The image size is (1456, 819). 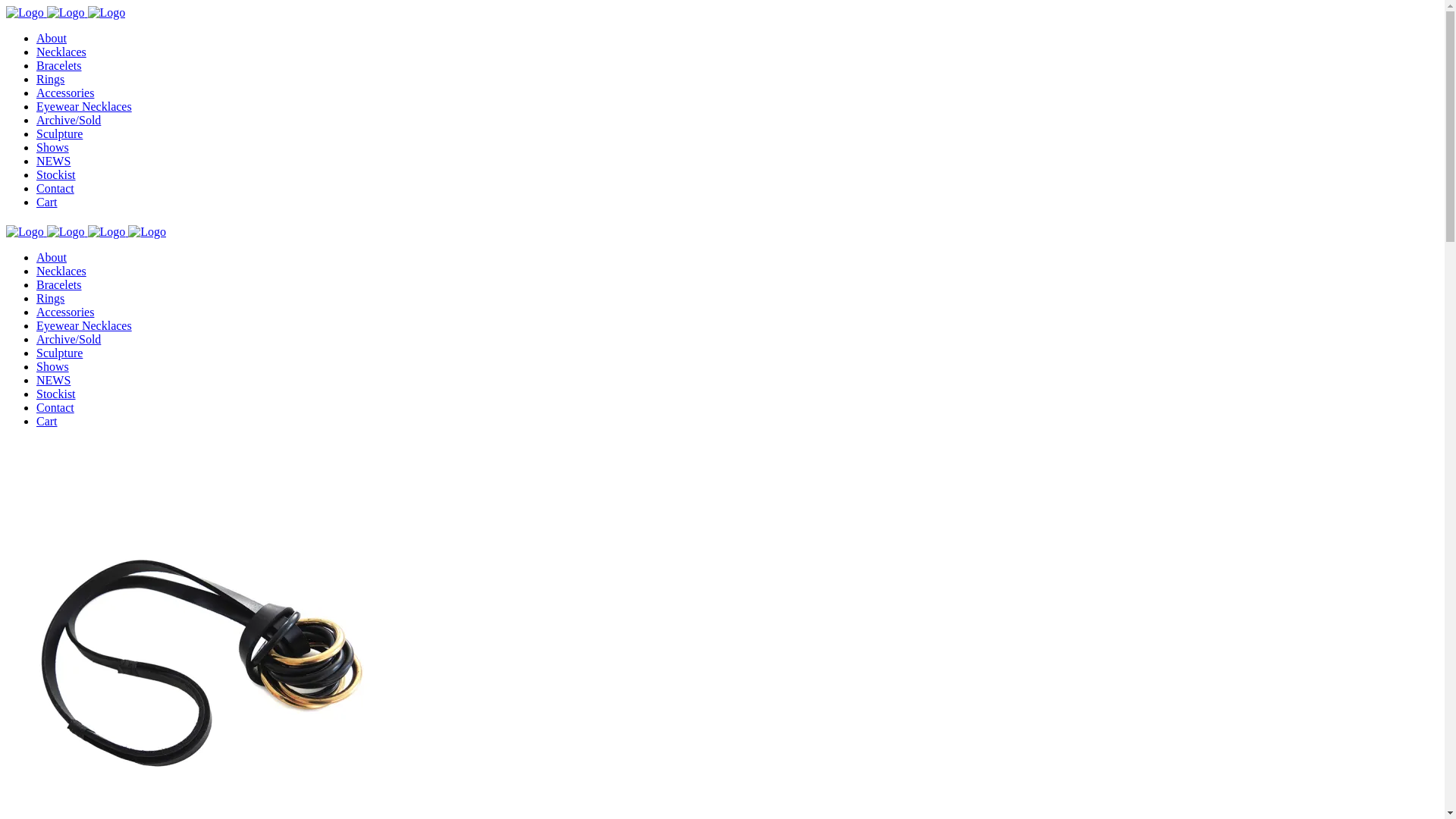 I want to click on 'NEWS', so click(x=53, y=161).